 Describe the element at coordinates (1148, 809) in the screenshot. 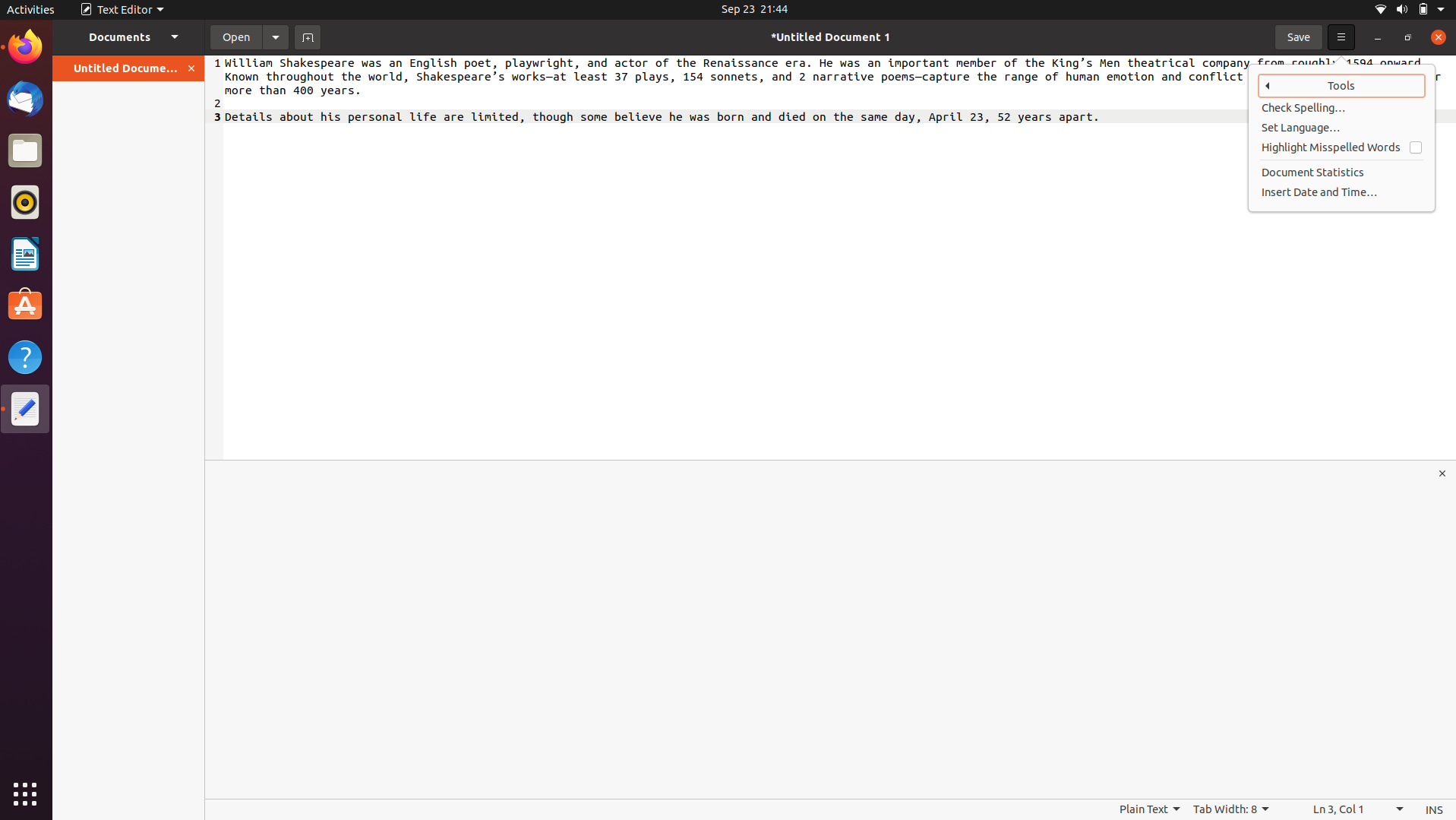

I see `Convert the saved file type to HTML` at that location.